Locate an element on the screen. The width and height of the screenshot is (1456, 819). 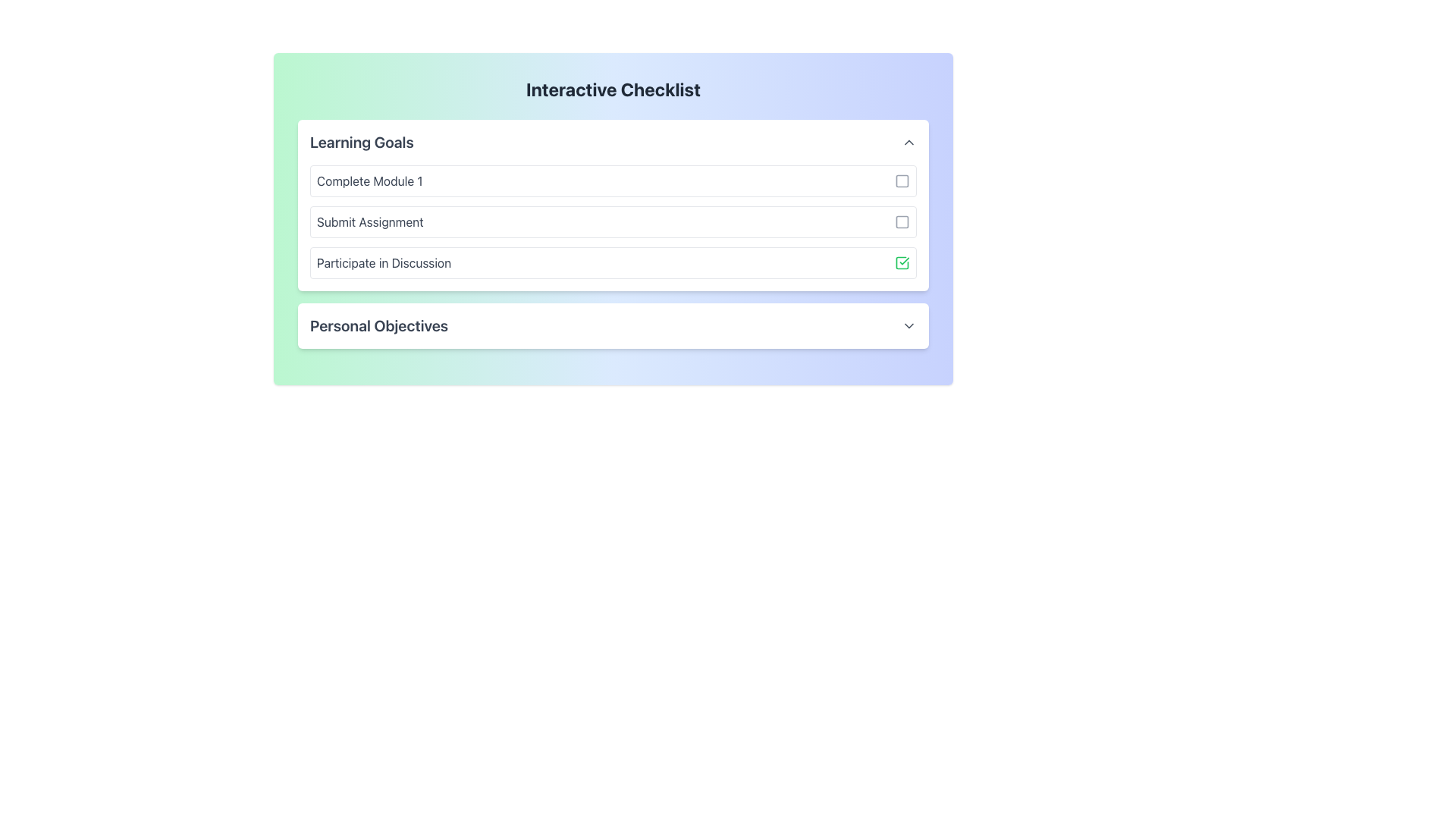
an individual item in the checklist under the 'Learning Goals' section to track progress is located at coordinates (613, 227).